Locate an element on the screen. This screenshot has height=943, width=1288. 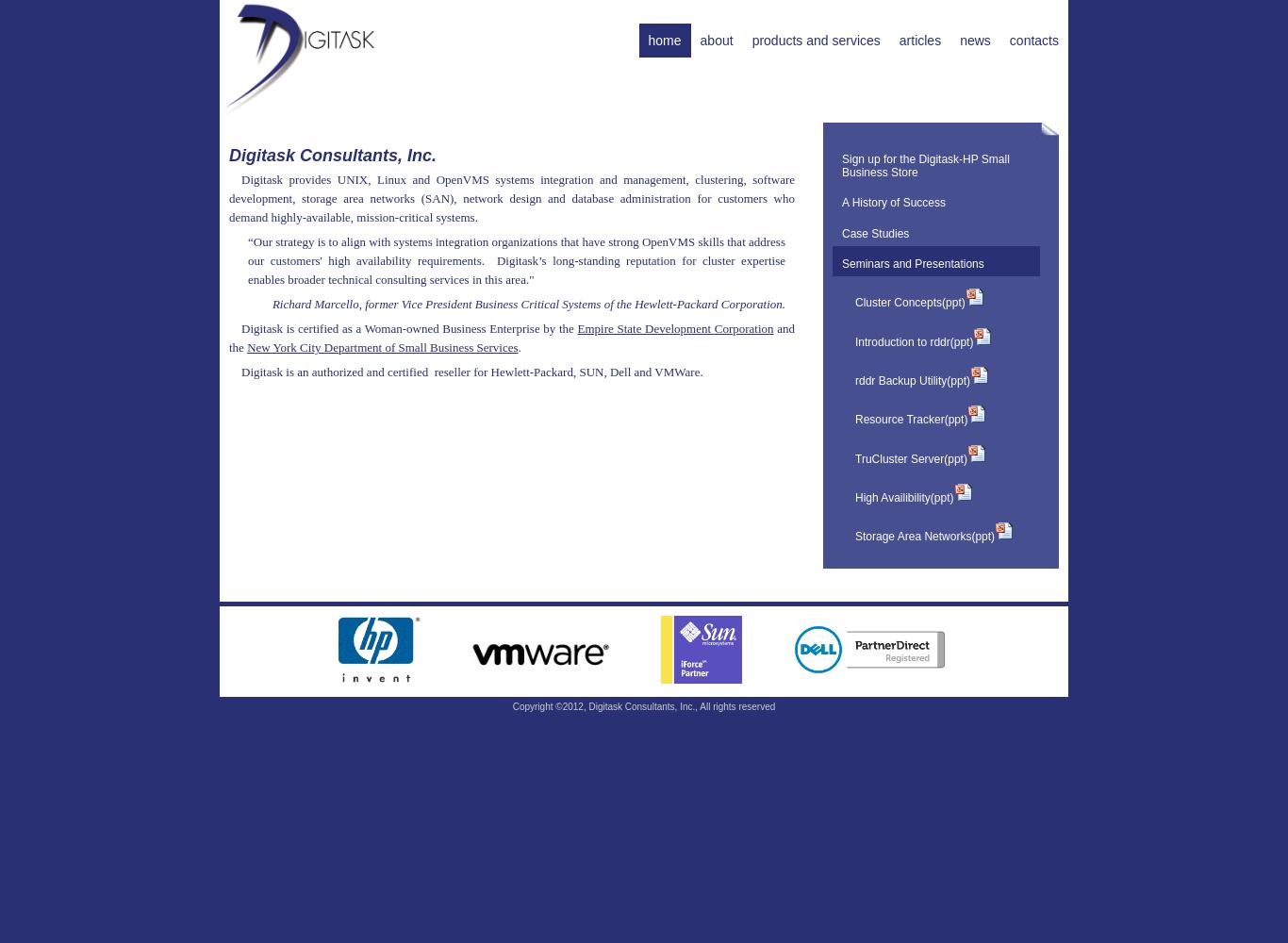
'and the' is located at coordinates (511, 336).